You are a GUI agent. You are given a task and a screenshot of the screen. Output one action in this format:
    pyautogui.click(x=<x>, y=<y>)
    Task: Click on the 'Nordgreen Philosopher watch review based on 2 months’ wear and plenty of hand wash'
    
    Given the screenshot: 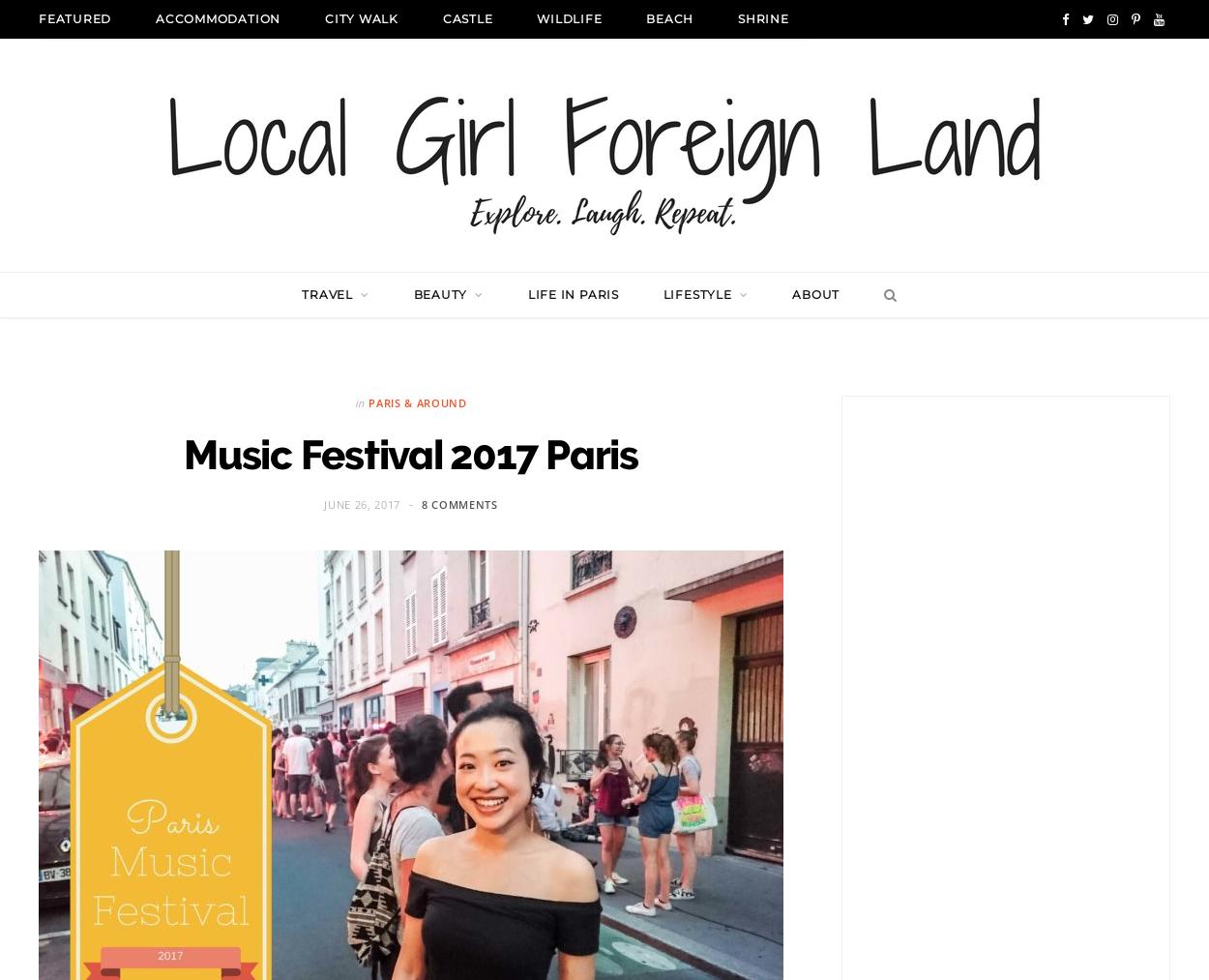 What is the action you would take?
    pyautogui.click(x=369, y=523)
    